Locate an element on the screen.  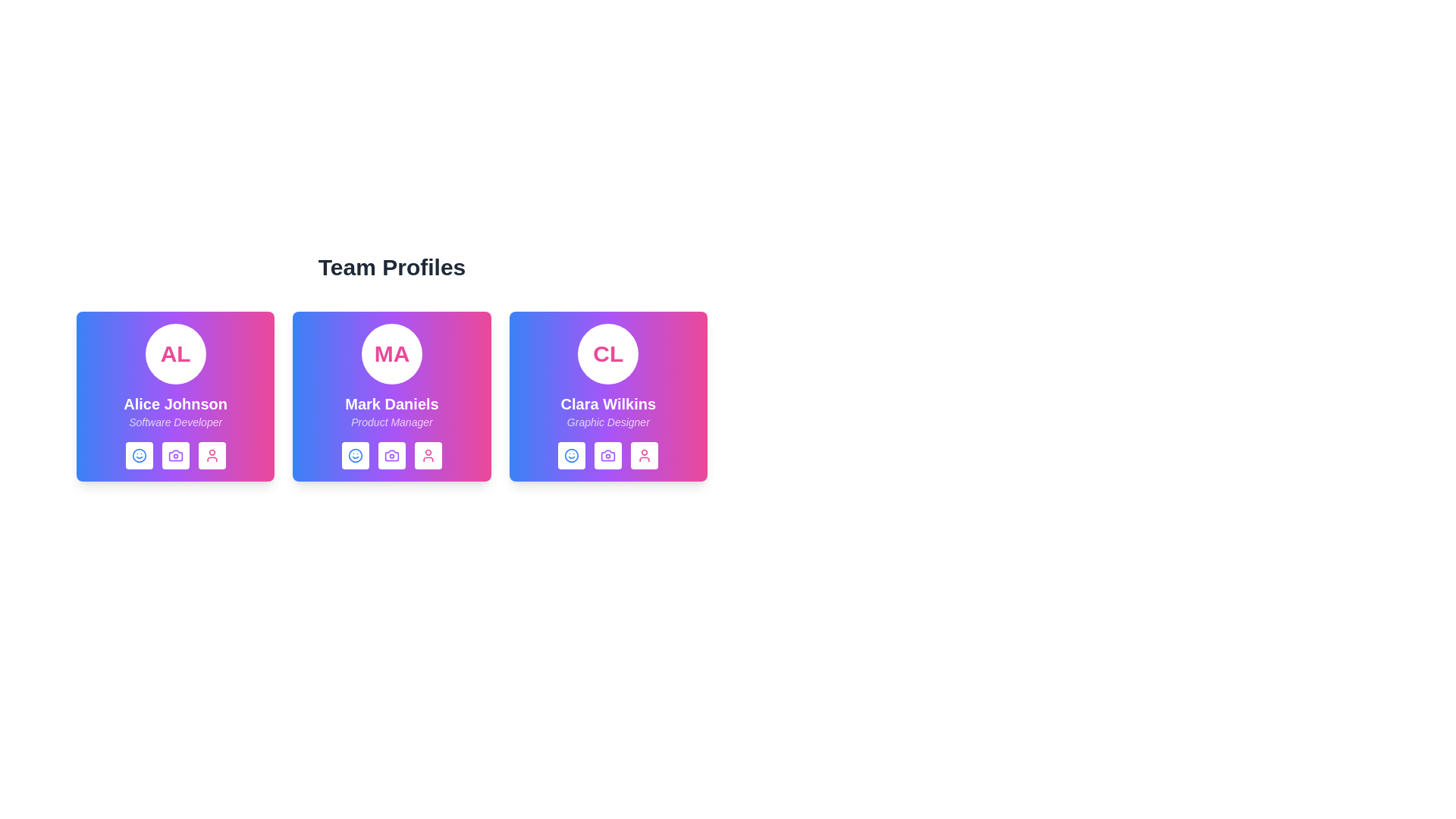
the rectangular button with a white background and purple text featuring a camera icon, located under the profile section for 'Mark Daniels, Product Manager.' is located at coordinates (392, 455).